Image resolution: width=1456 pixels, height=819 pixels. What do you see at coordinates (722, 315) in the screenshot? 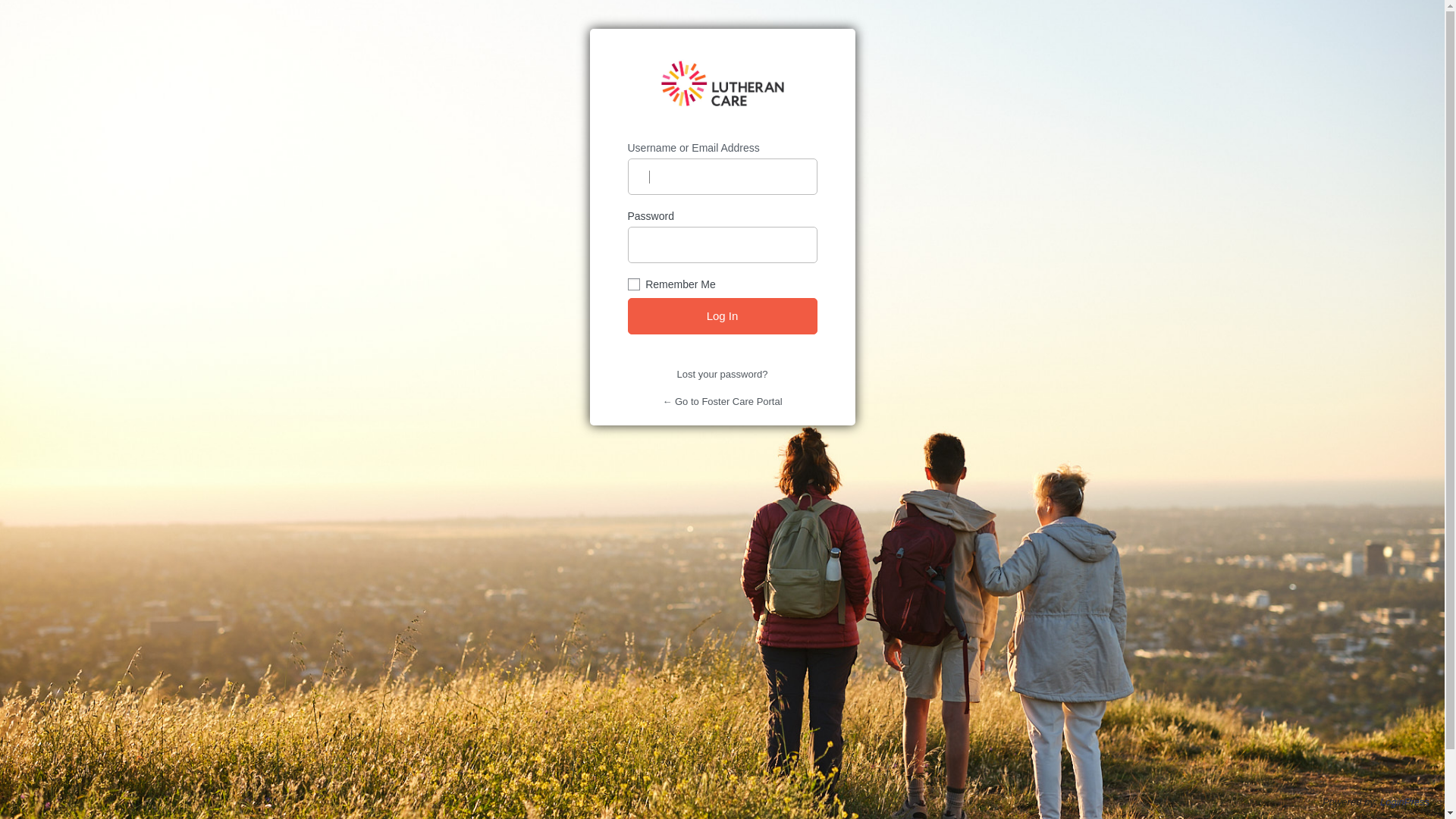
I see `'Log In'` at bounding box center [722, 315].